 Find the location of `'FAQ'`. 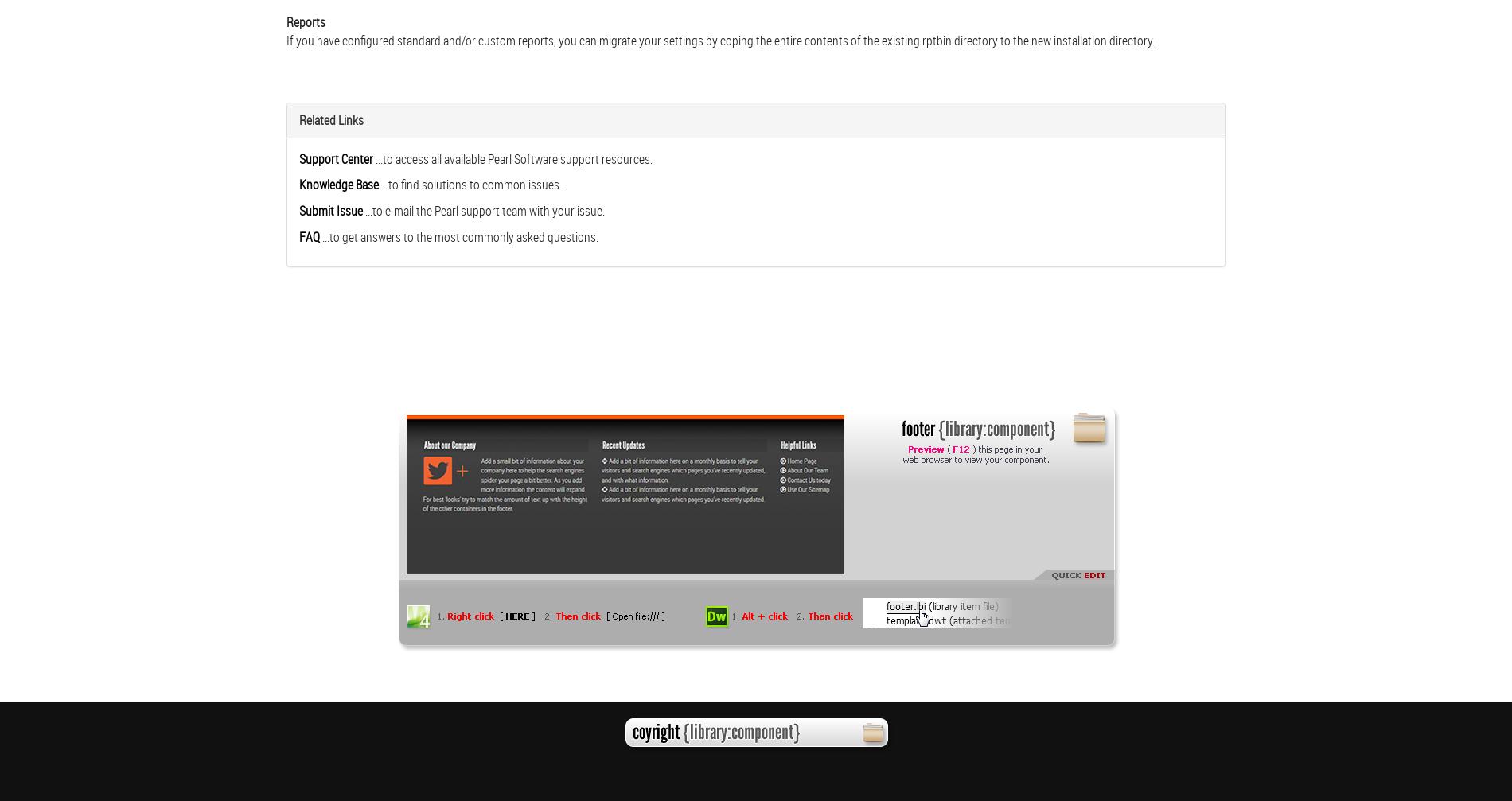

'FAQ' is located at coordinates (298, 236).